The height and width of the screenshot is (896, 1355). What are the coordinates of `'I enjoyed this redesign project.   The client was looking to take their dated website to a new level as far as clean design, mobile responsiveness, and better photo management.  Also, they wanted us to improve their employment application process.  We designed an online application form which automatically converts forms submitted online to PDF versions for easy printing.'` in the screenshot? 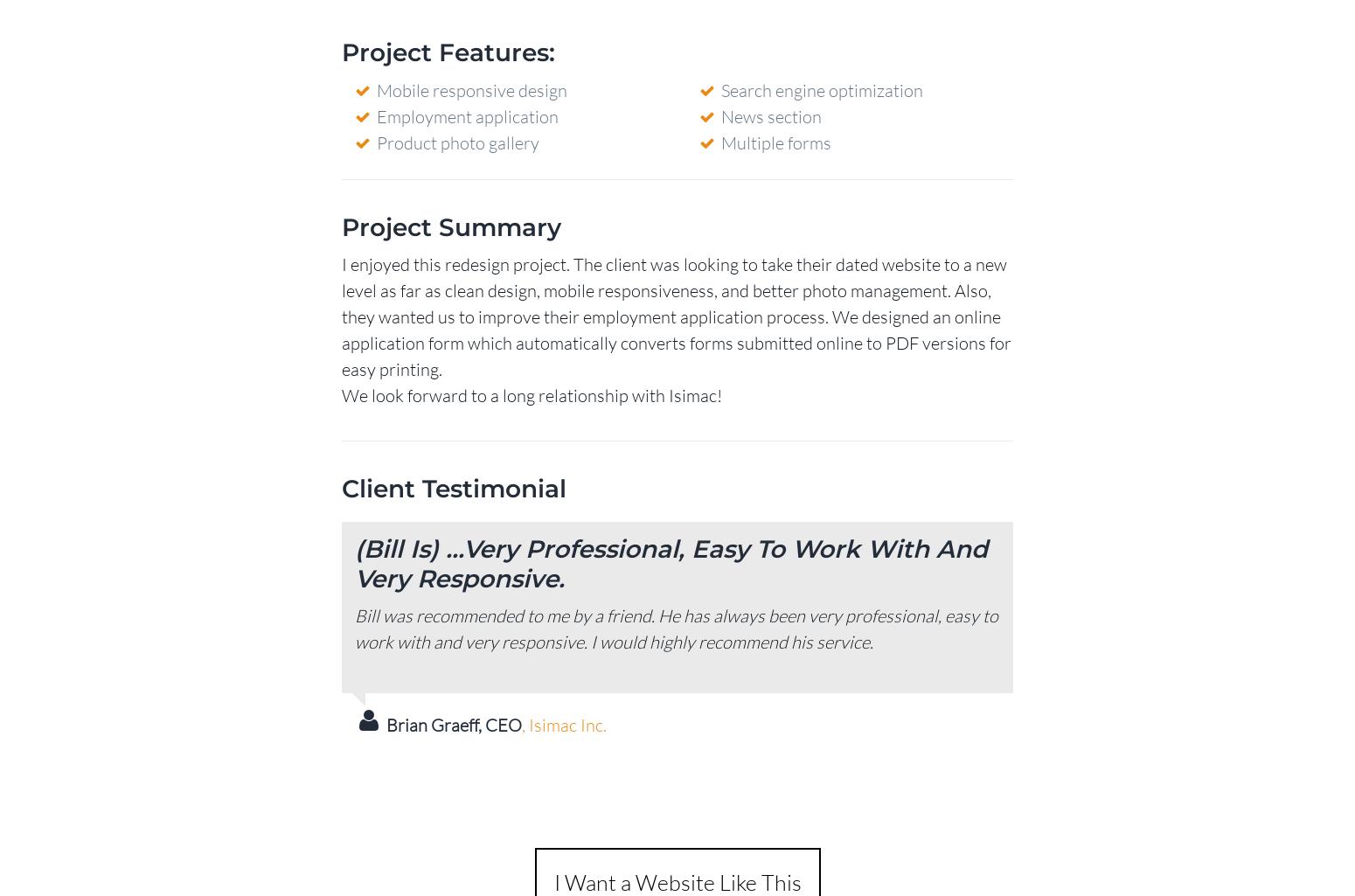 It's located at (342, 315).